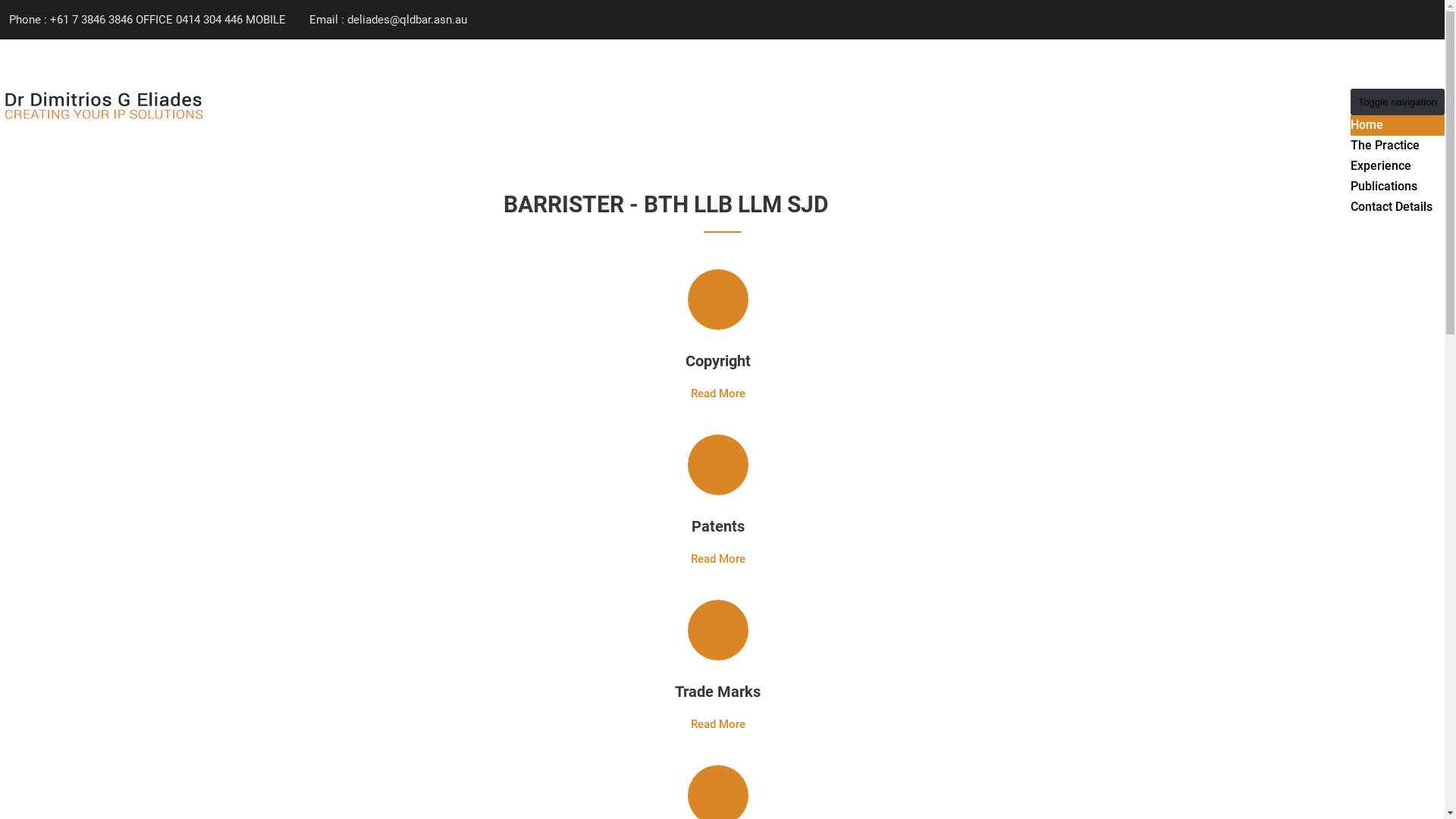 This screenshot has height=819, width=1456. I want to click on 'Home', so click(1367, 124).